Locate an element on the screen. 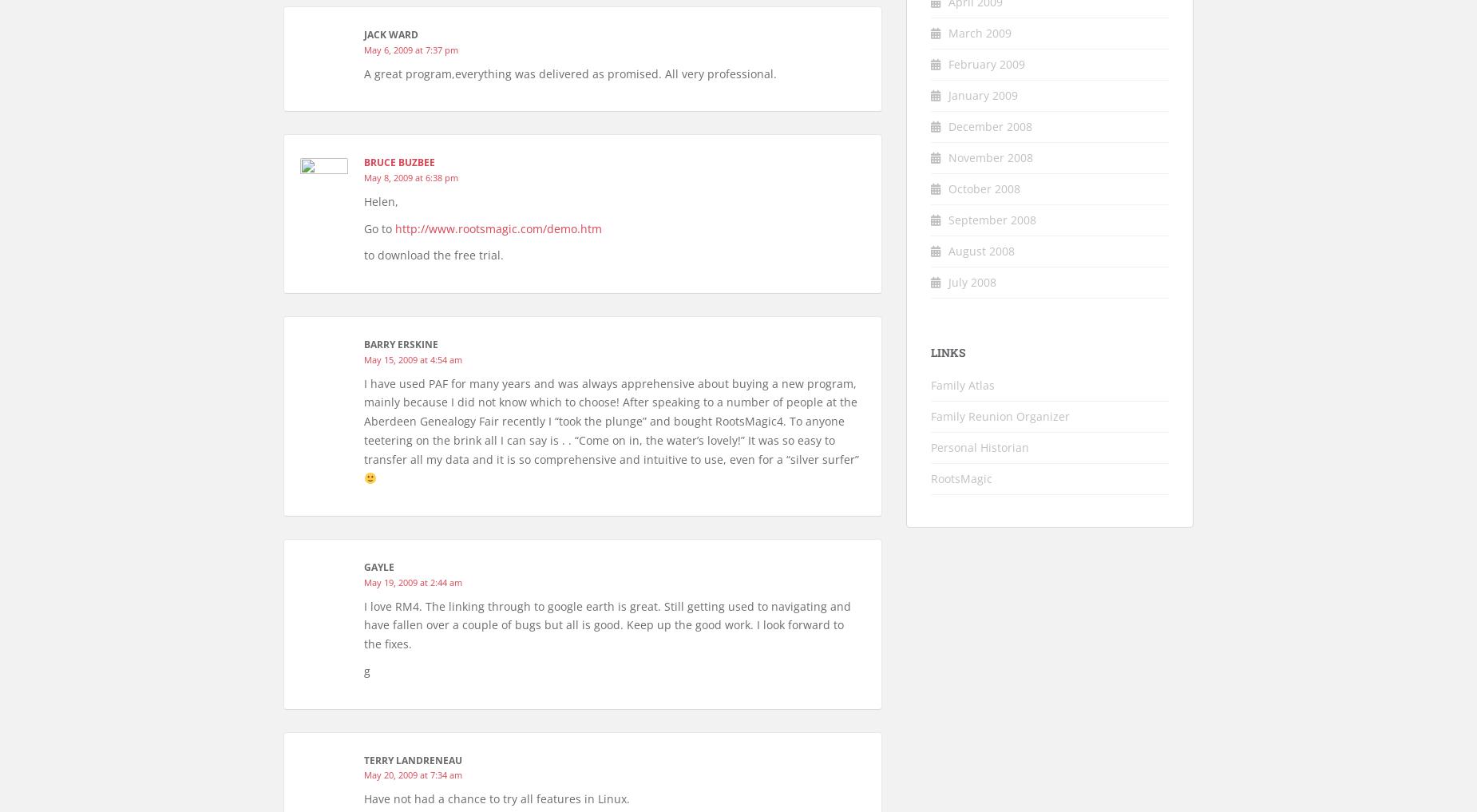  'to download the free trial.' is located at coordinates (434, 255).